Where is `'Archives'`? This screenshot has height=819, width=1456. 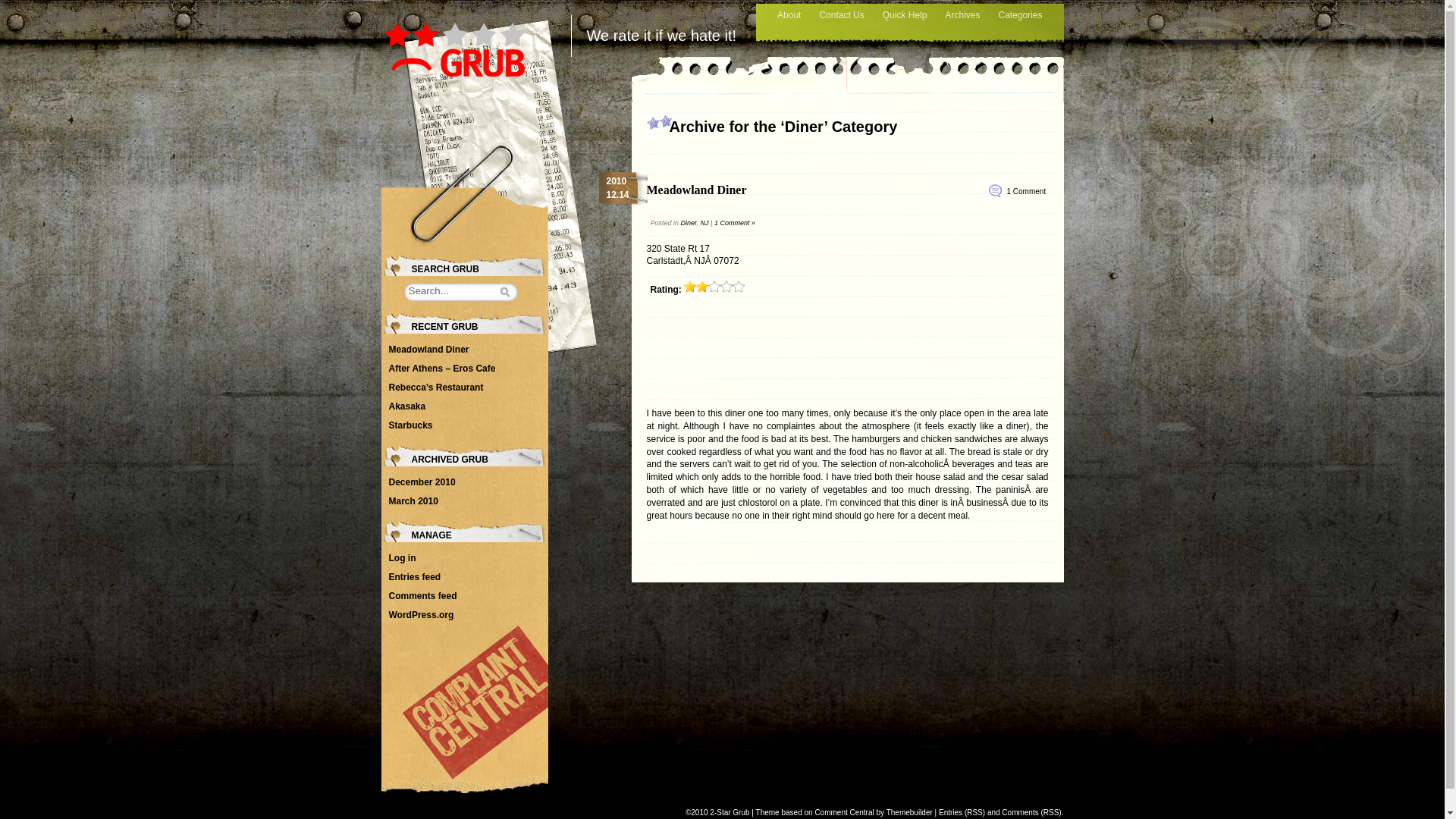 'Archives' is located at coordinates (961, 15).